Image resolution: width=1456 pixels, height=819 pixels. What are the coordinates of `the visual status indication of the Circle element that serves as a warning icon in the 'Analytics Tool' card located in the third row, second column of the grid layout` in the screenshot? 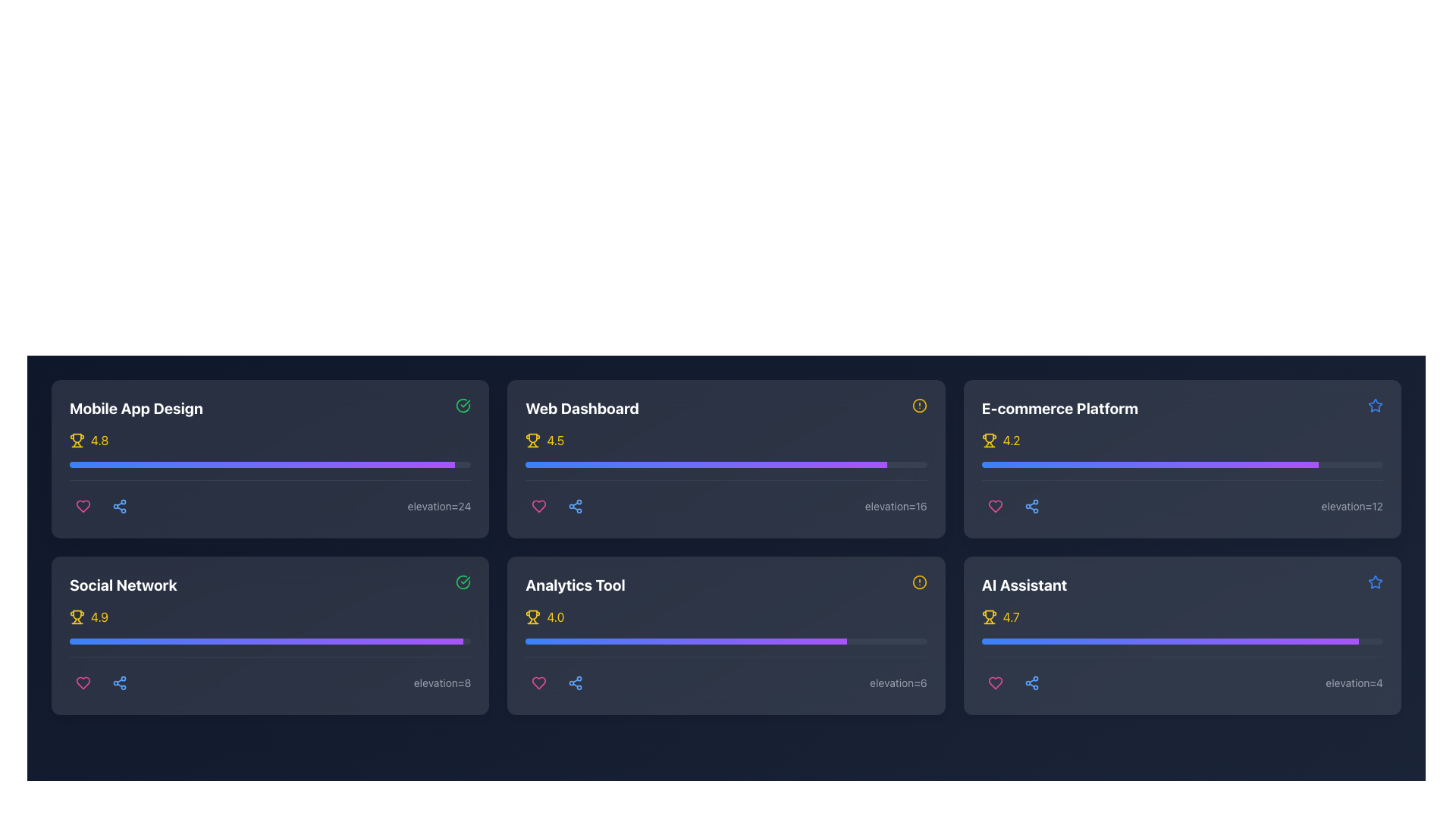 It's located at (918, 581).